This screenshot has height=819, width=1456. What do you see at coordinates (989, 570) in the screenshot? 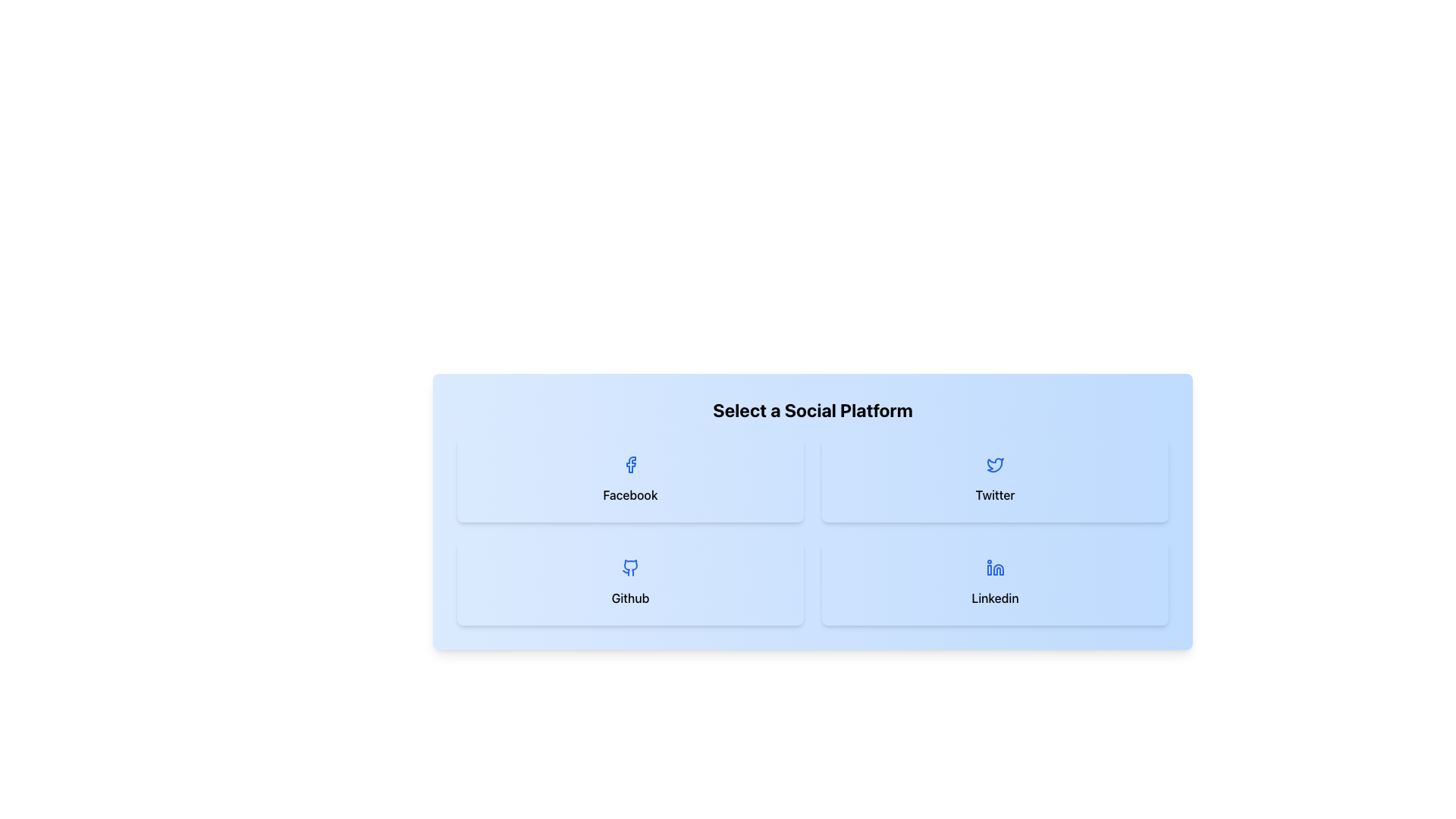
I see `the LinkedIn logo icon located in the bottom-right quadrant of the four-icon grid, positioned below the dot of the 'i' and adjacent to the 'n'` at bounding box center [989, 570].